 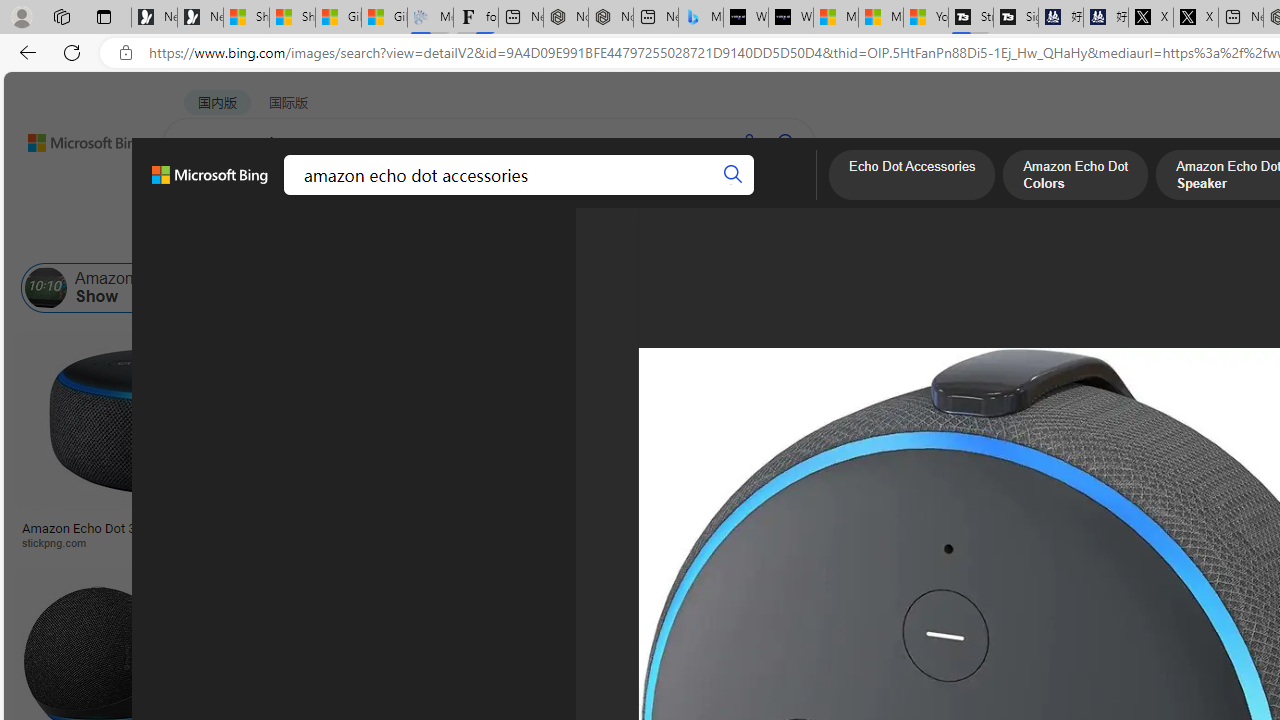 What do you see at coordinates (747, 141) in the screenshot?
I see `'Search using voice'` at bounding box center [747, 141].